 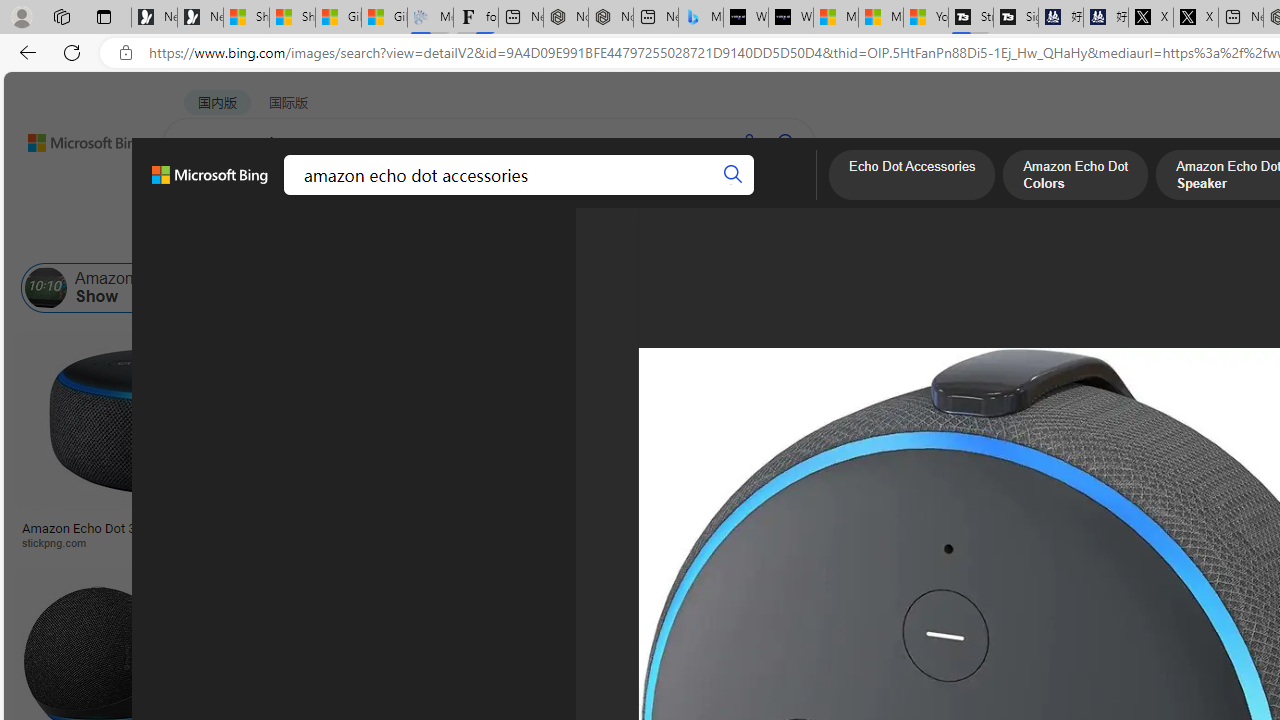 What do you see at coordinates (747, 141) in the screenshot?
I see `'Search using voice'` at bounding box center [747, 141].